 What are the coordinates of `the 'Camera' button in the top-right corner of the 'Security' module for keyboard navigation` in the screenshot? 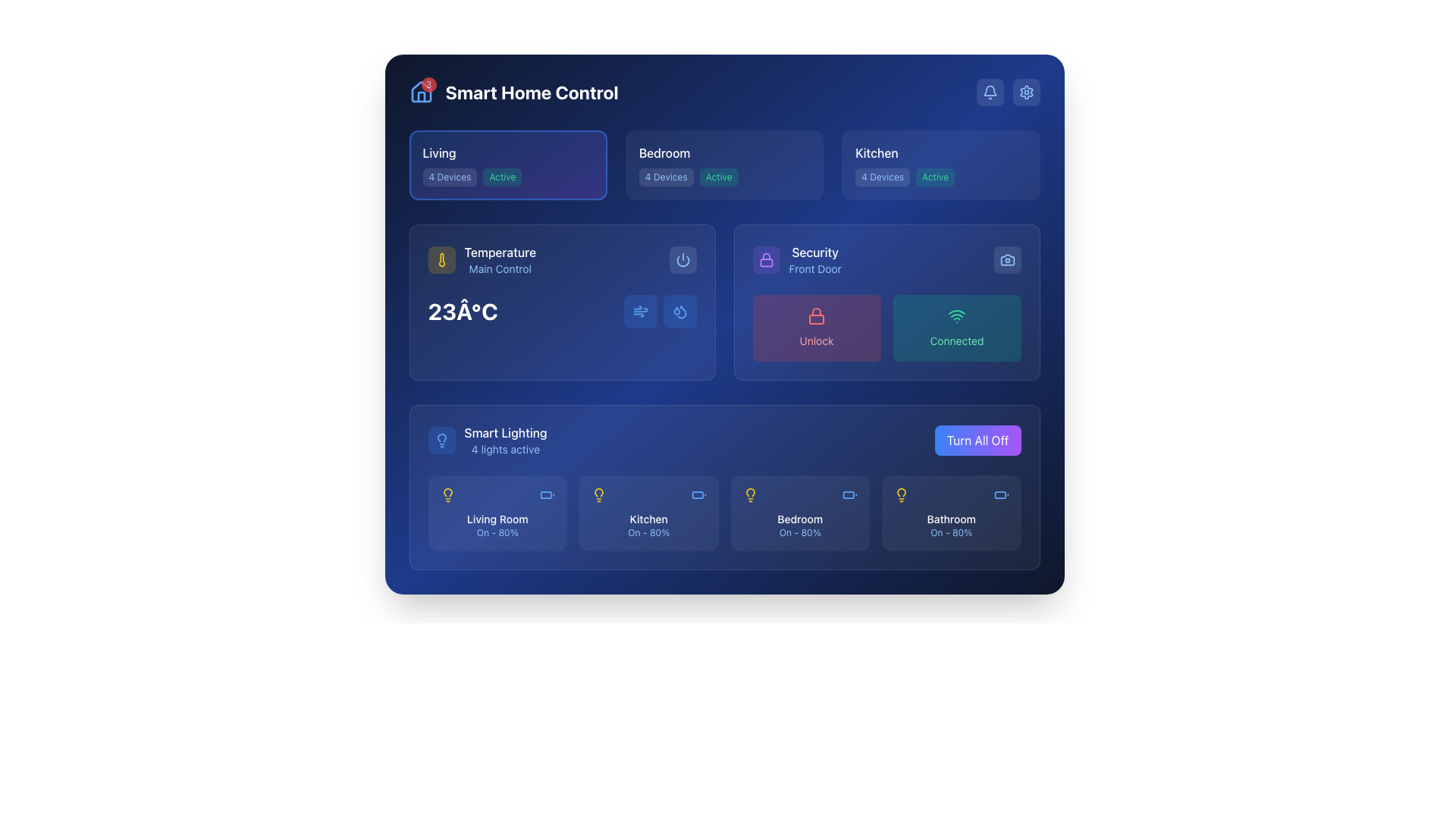 It's located at (1007, 259).